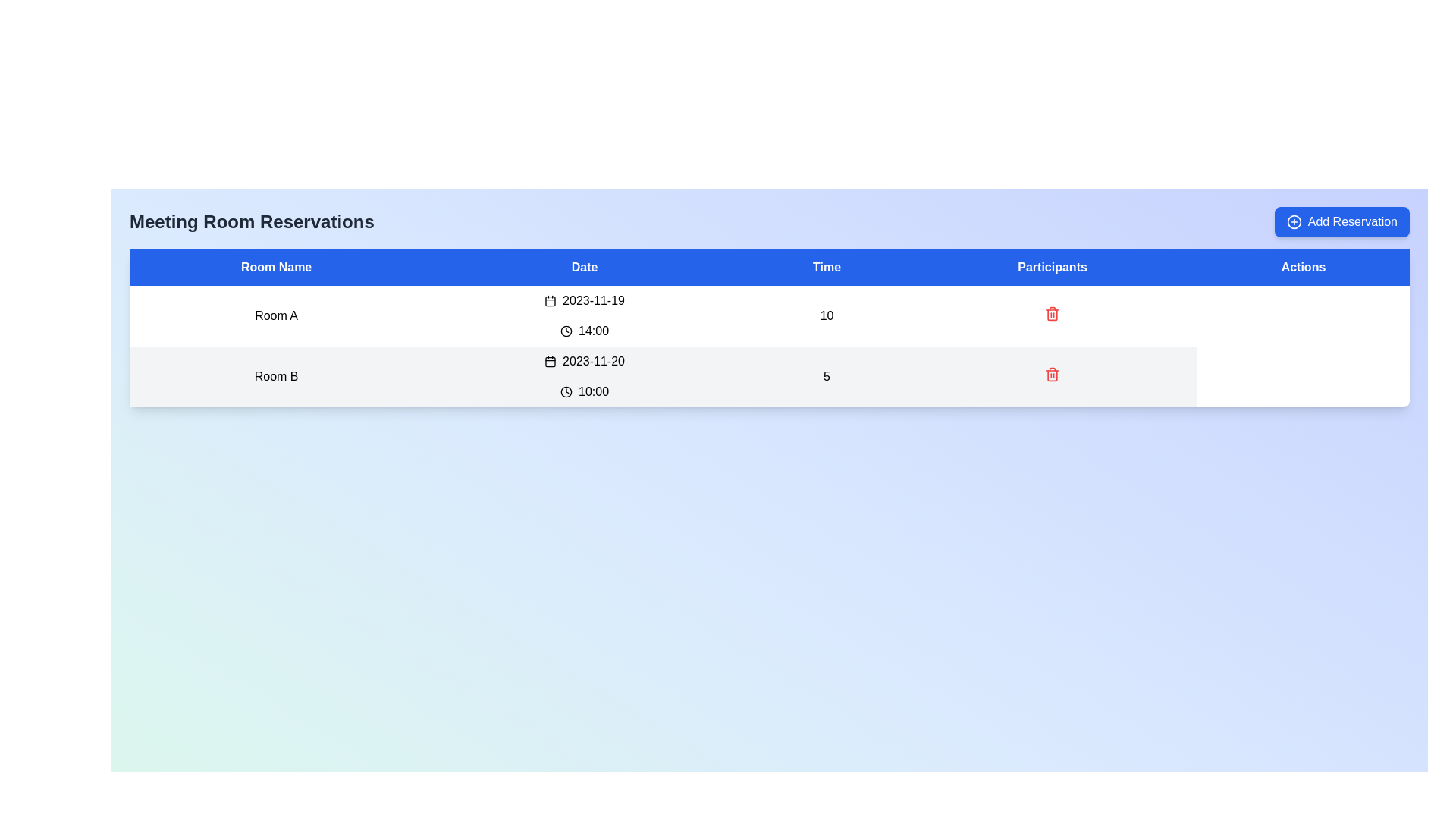 This screenshot has height=819, width=1456. I want to click on text from the 'Participants' table header, which is a blue button-like component with white capitalized text, located in the fourth column of the header row, so click(1051, 267).